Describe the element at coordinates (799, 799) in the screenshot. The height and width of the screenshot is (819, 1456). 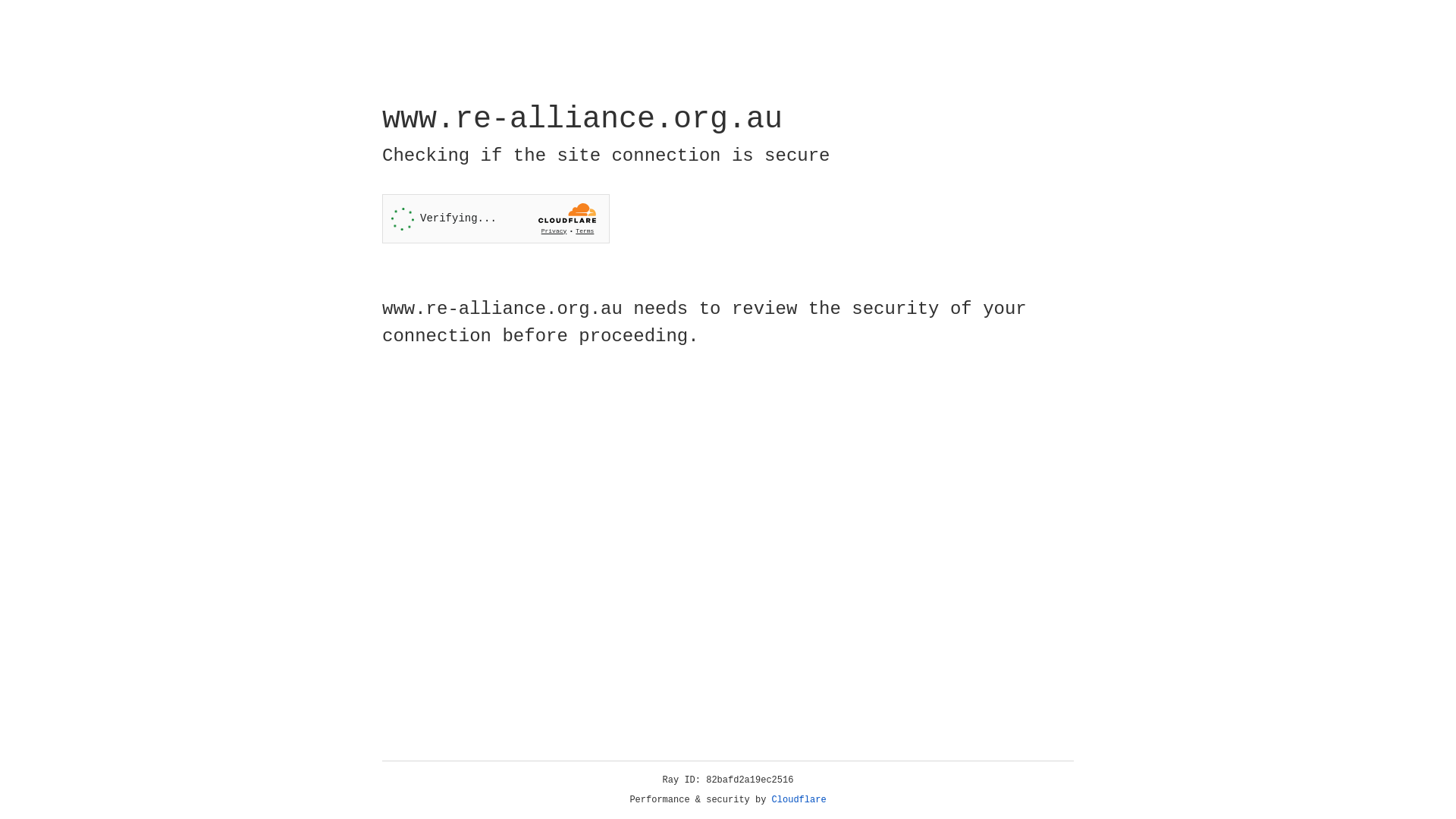
I see `'Cloudflare'` at that location.